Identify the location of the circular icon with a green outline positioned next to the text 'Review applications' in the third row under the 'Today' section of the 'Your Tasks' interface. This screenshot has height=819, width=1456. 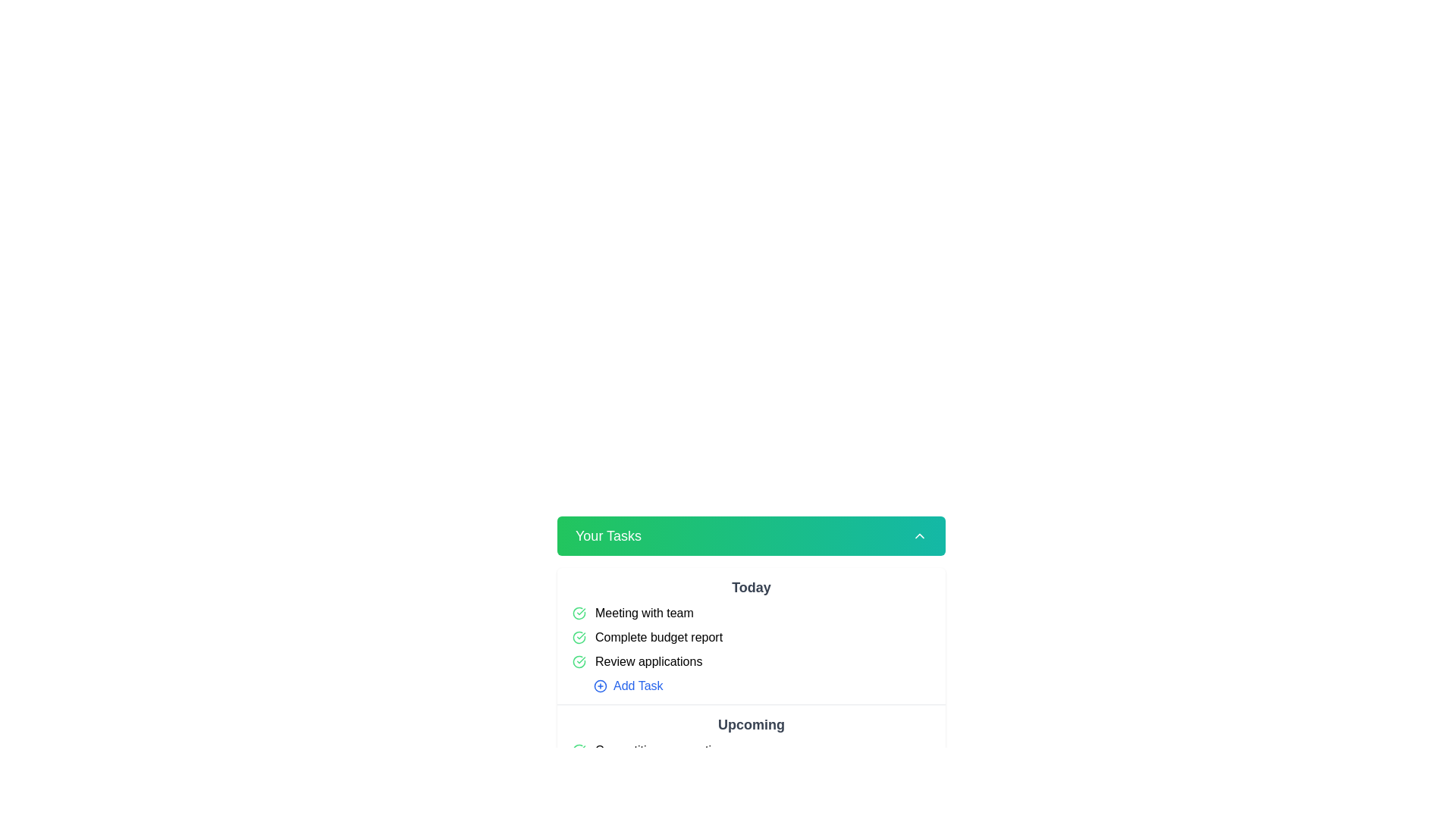
(578, 661).